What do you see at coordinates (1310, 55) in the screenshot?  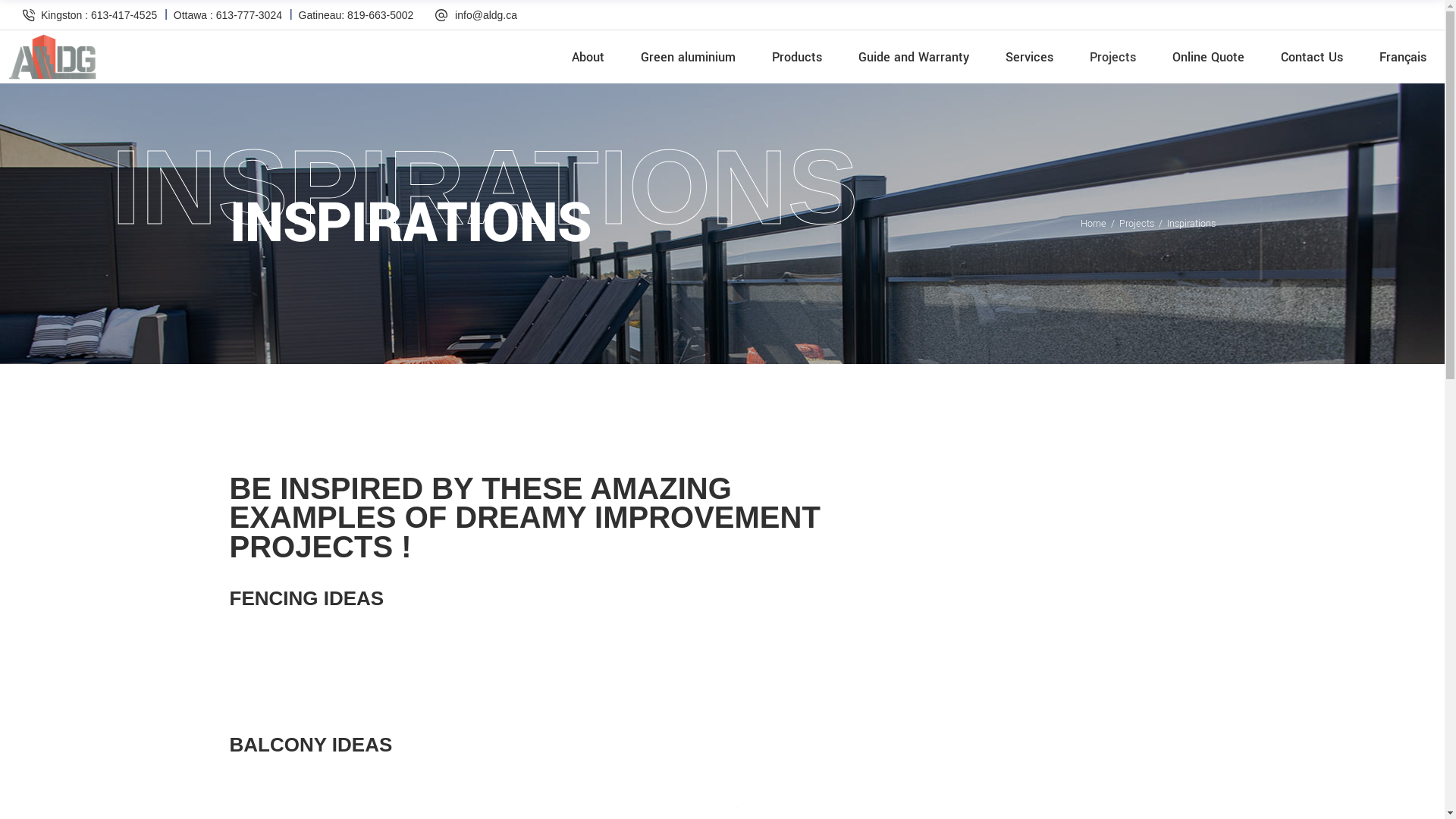 I see `'Contact Us'` at bounding box center [1310, 55].